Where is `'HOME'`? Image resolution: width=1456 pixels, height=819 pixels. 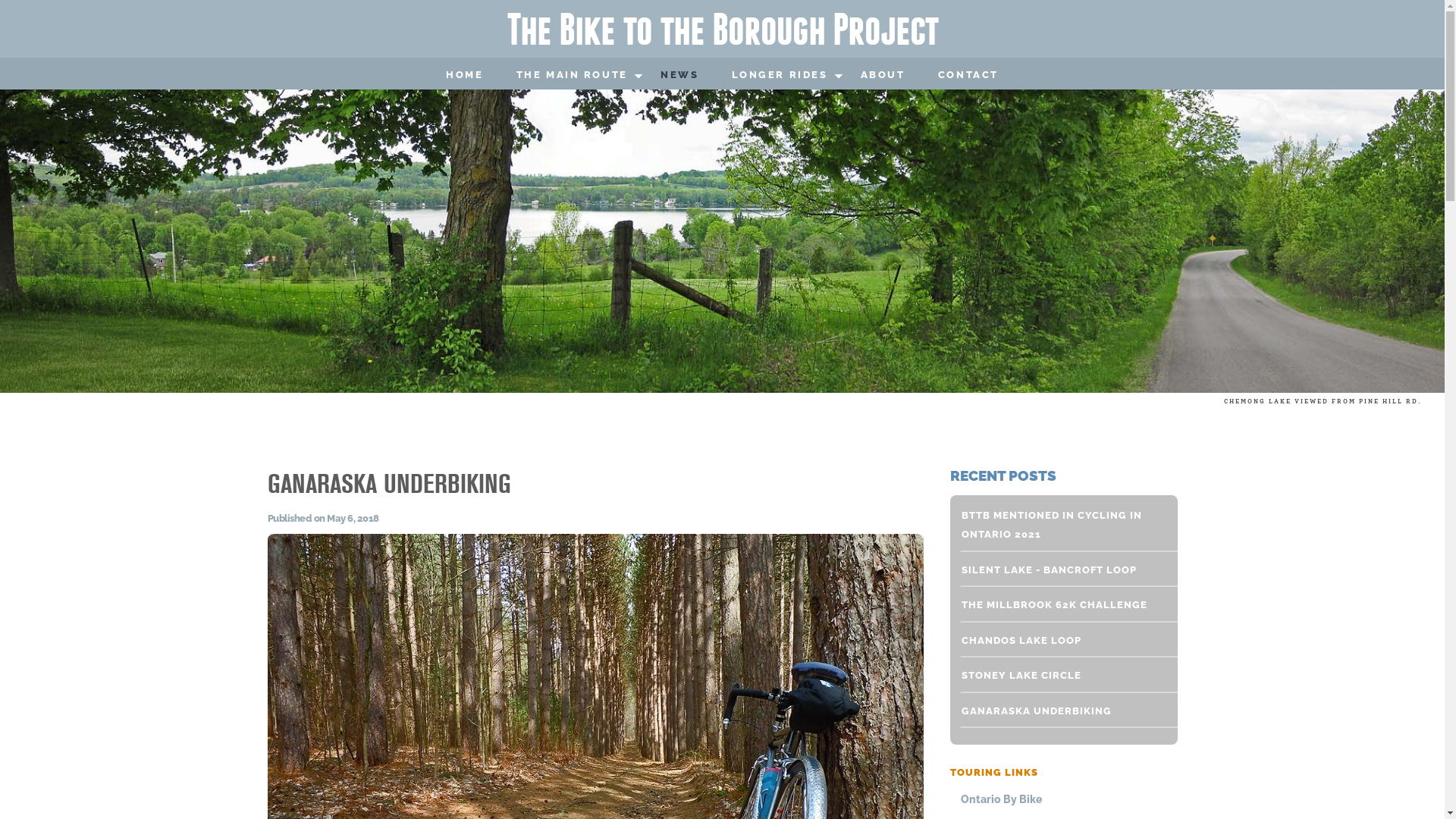
'HOME' is located at coordinates (463, 75).